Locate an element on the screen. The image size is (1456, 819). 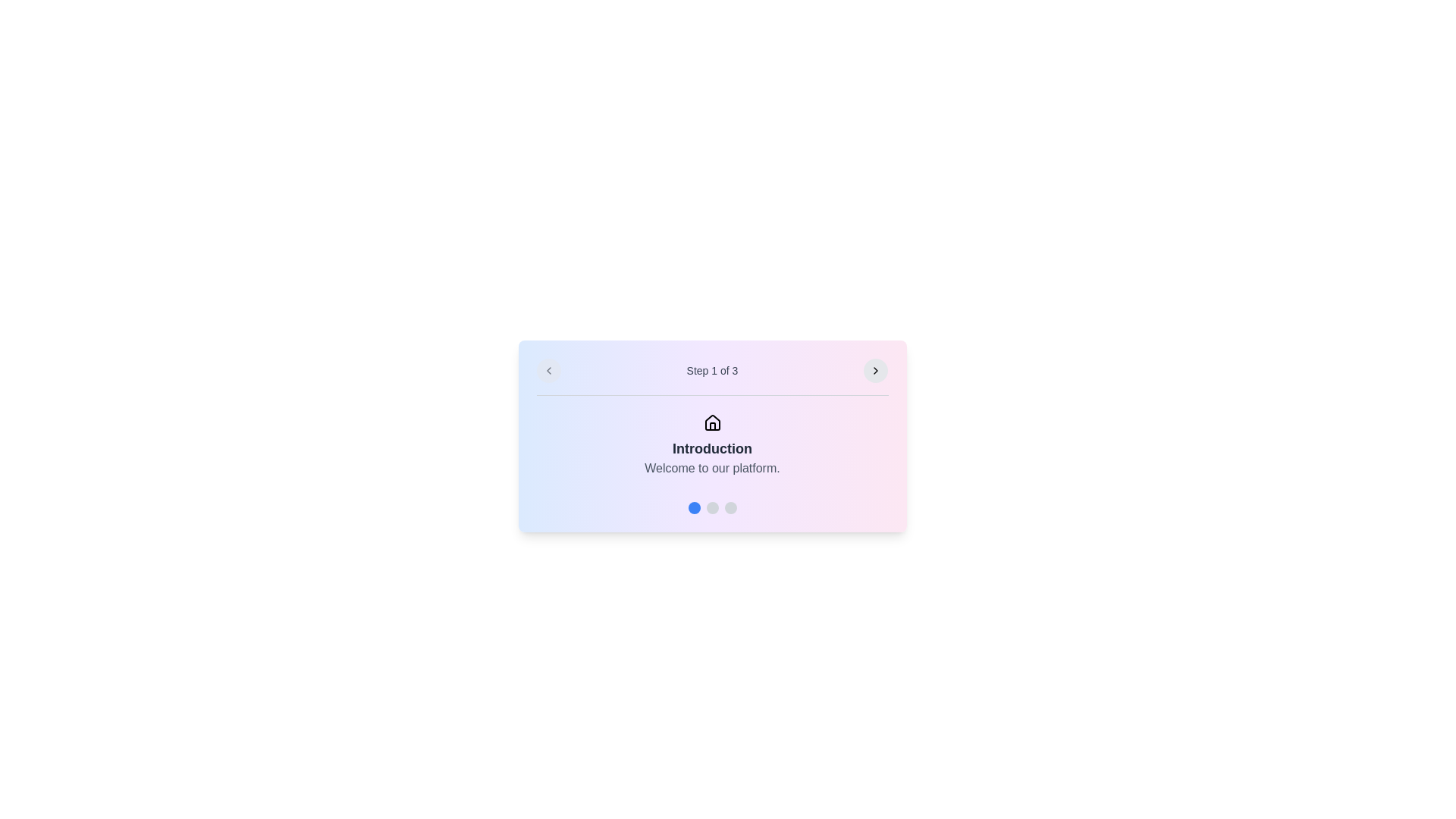
the first circle of the Step Indicator located at the bottom center of the card-like component to change steps is located at coordinates (711, 502).